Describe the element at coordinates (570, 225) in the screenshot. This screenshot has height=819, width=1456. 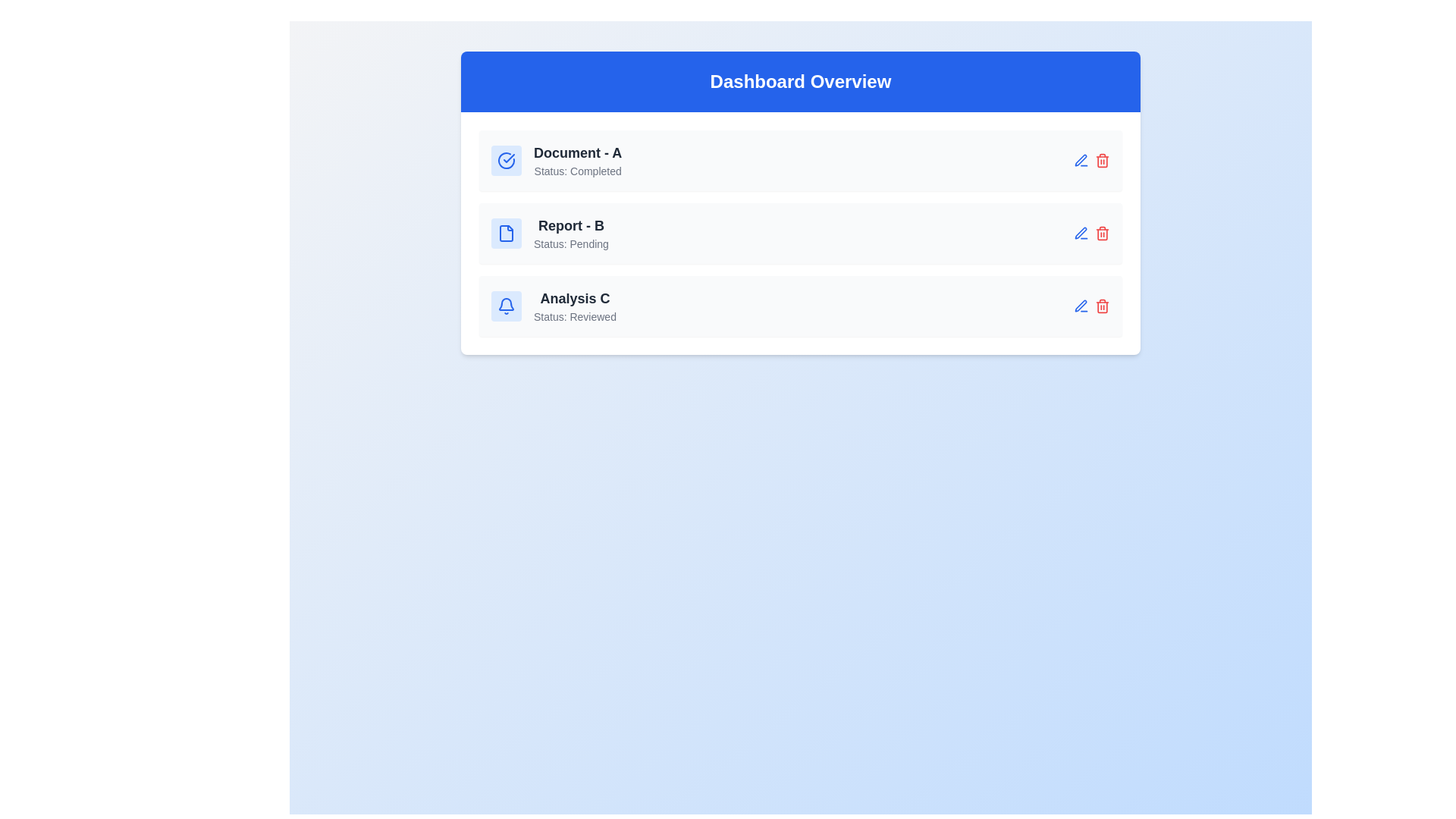
I see `the static text label named 'Report - B', which is positioned below 'Document - A' in the Dashboard Overview section` at that location.